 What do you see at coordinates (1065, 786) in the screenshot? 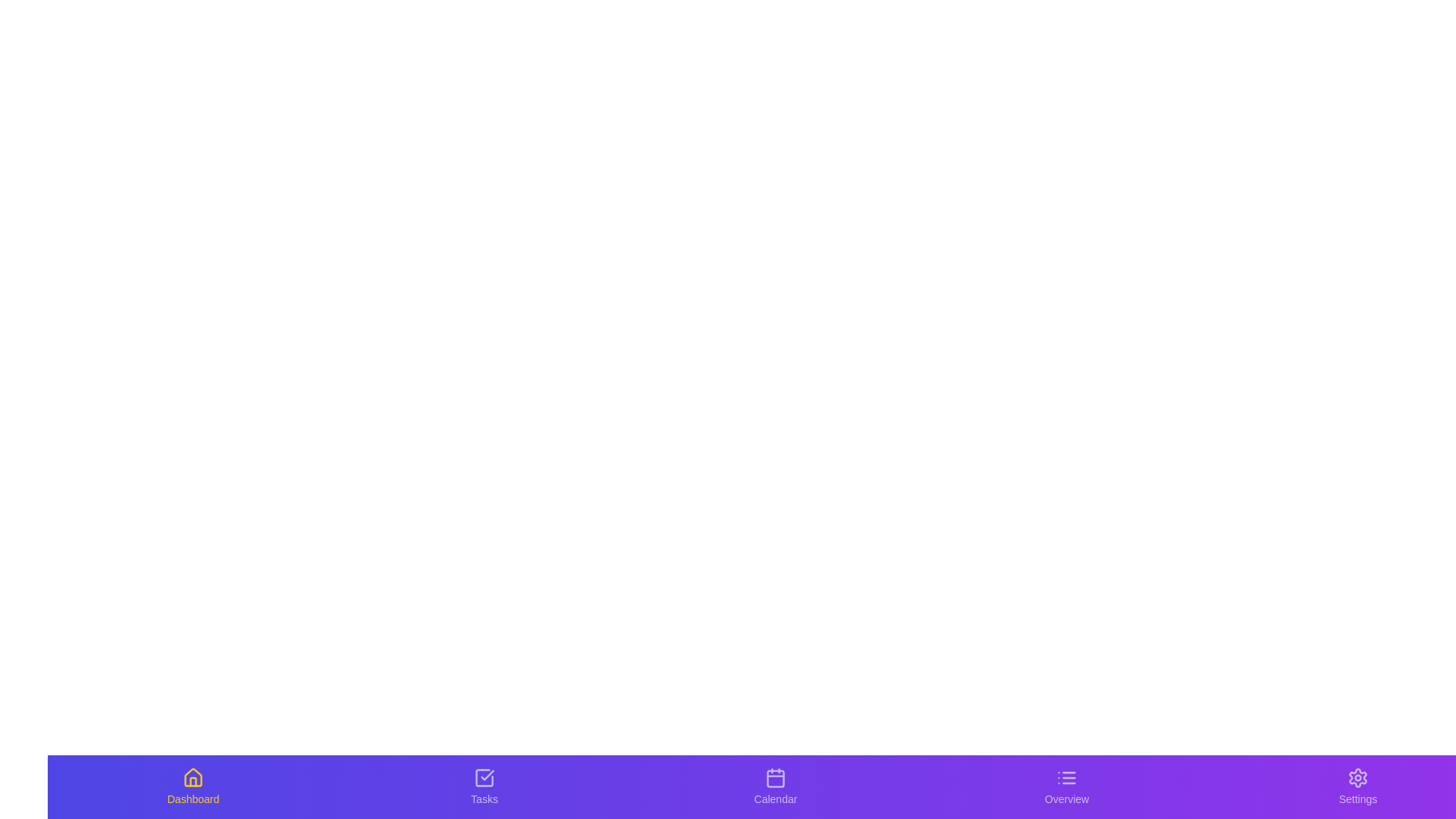
I see `the tab labeled Overview` at bounding box center [1065, 786].